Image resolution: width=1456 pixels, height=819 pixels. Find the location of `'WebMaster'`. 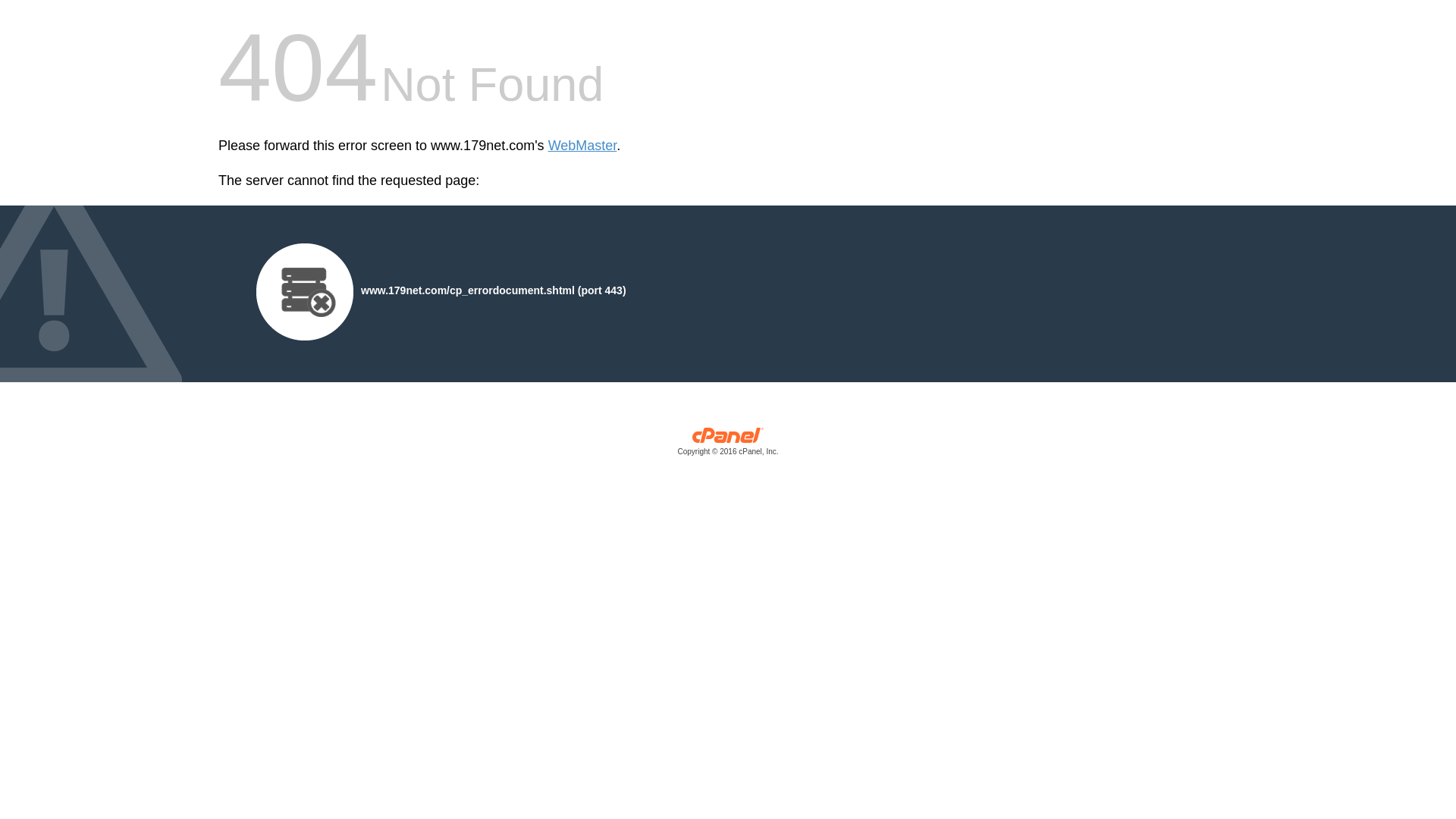

'WebMaster' is located at coordinates (548, 146).